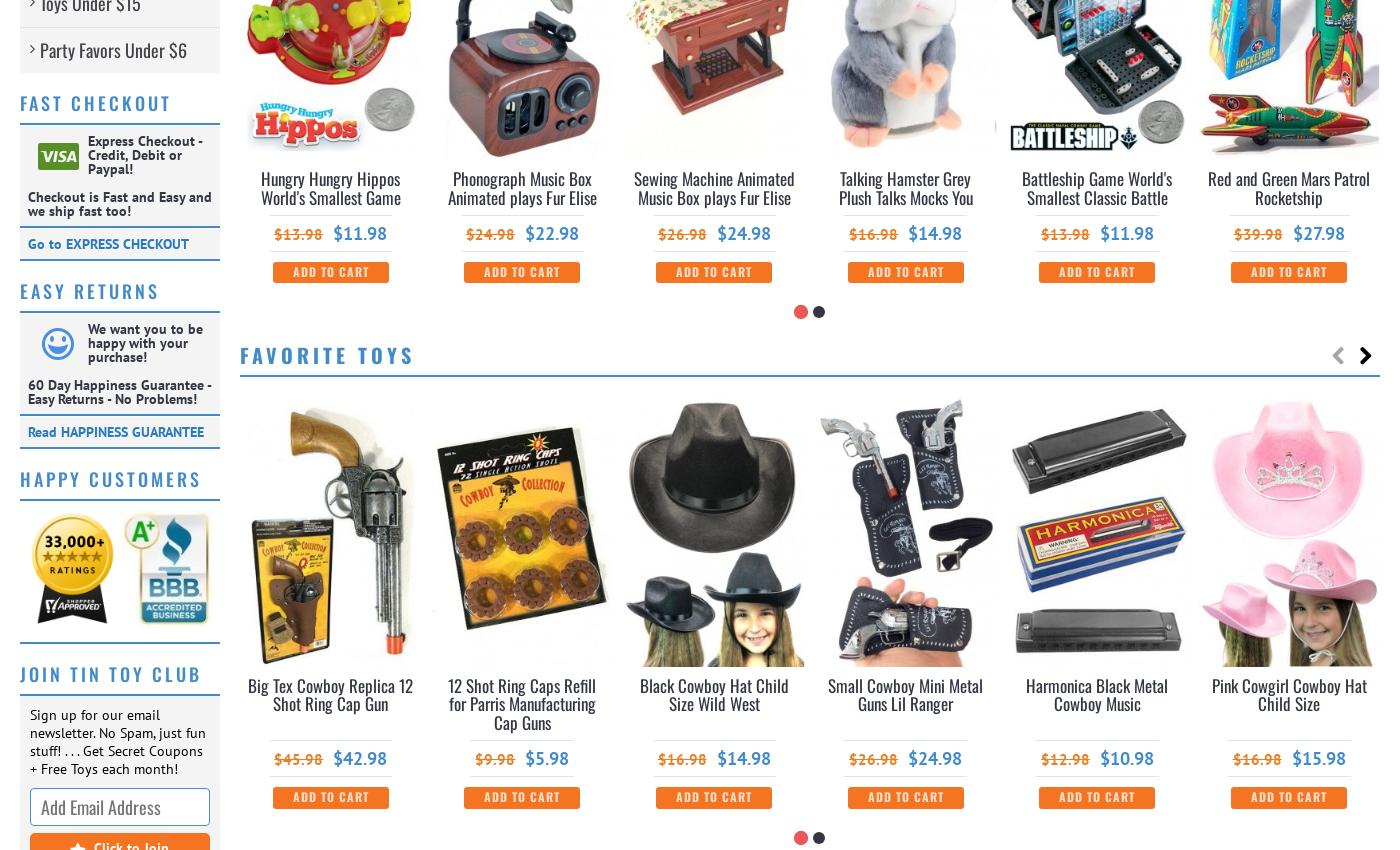  What do you see at coordinates (551, 232) in the screenshot?
I see `'$22.98'` at bounding box center [551, 232].